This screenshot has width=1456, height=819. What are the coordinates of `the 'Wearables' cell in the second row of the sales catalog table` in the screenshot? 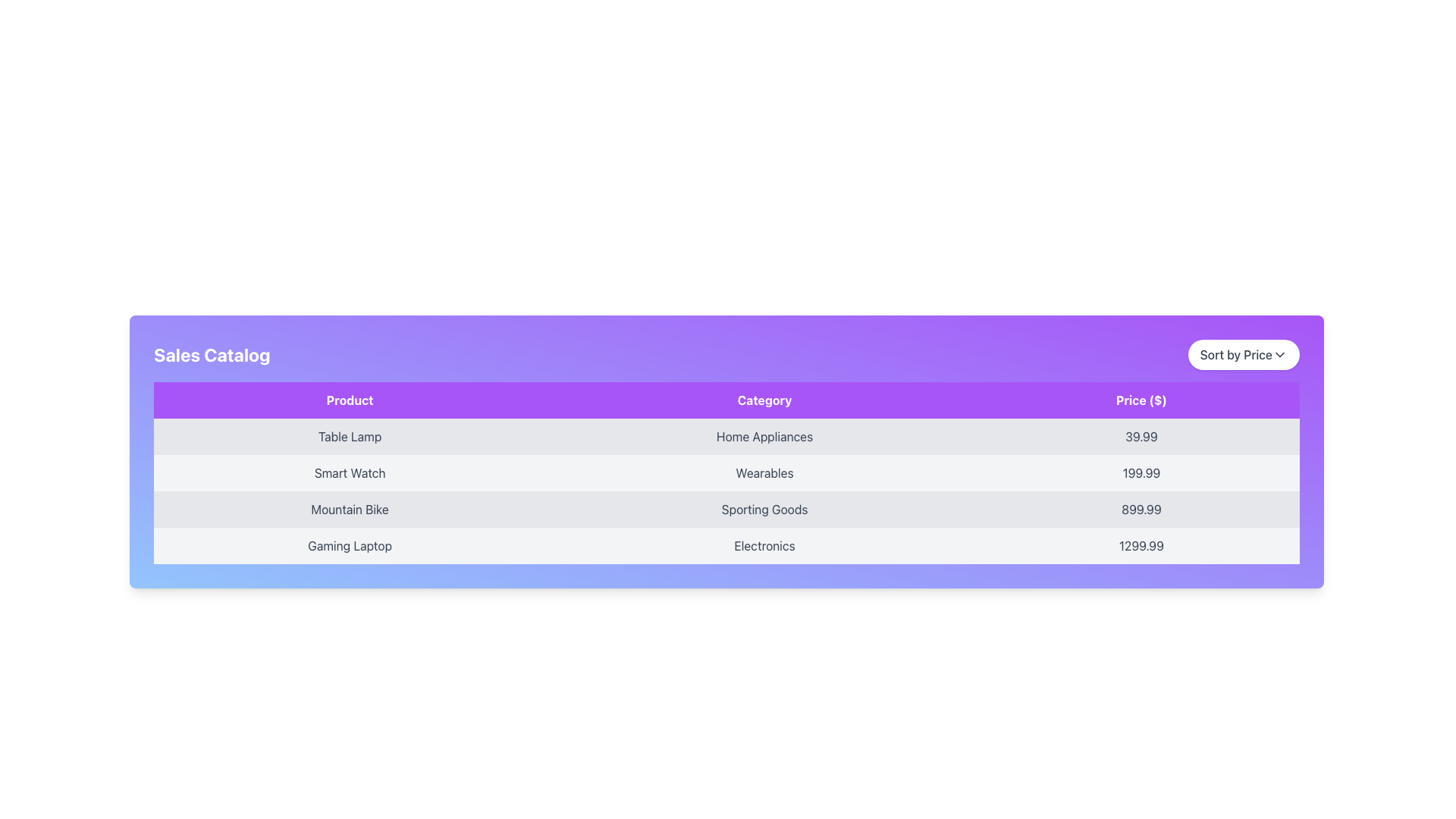 It's located at (726, 472).